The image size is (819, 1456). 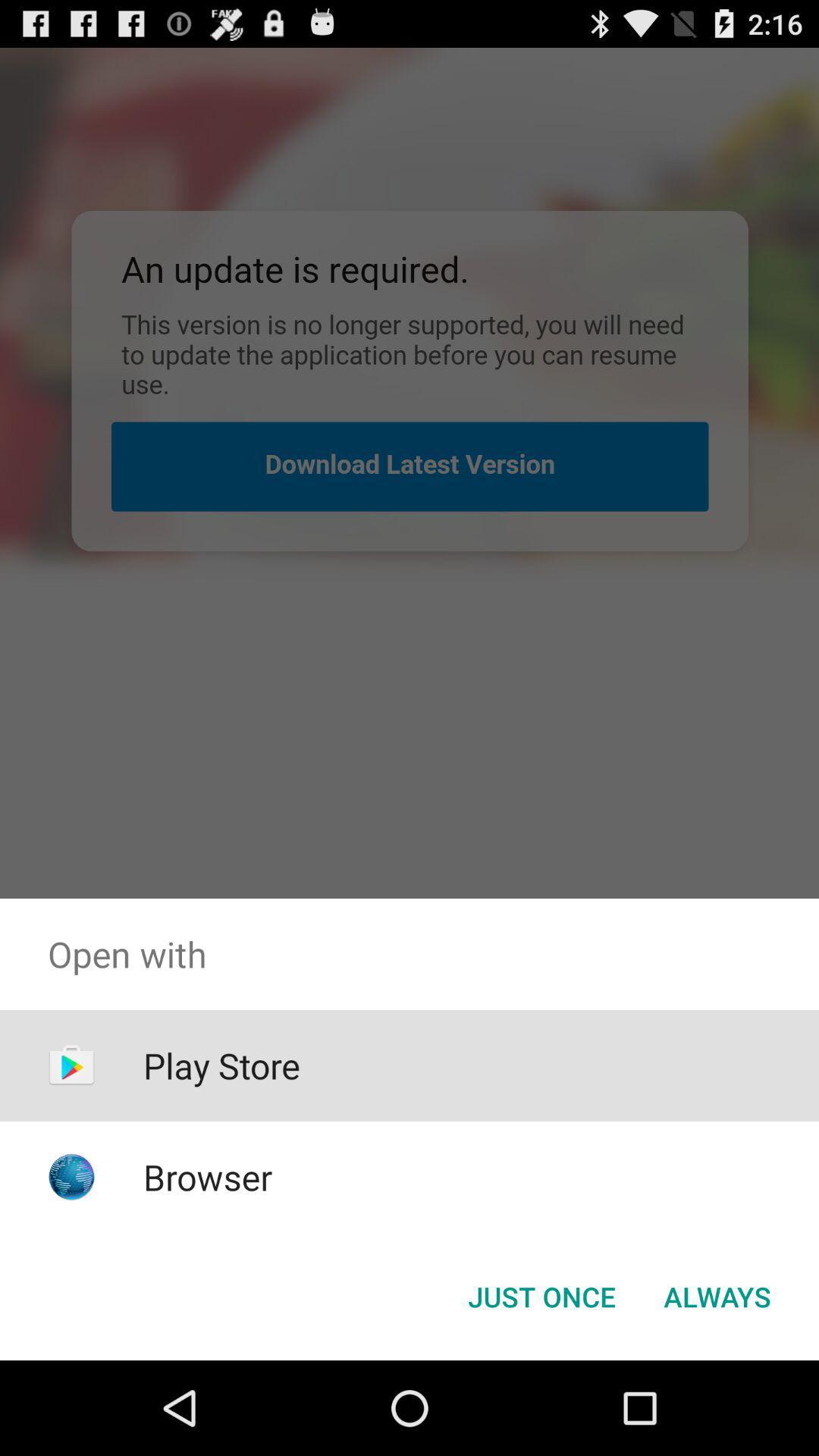 I want to click on the app below the open with item, so click(x=541, y=1295).